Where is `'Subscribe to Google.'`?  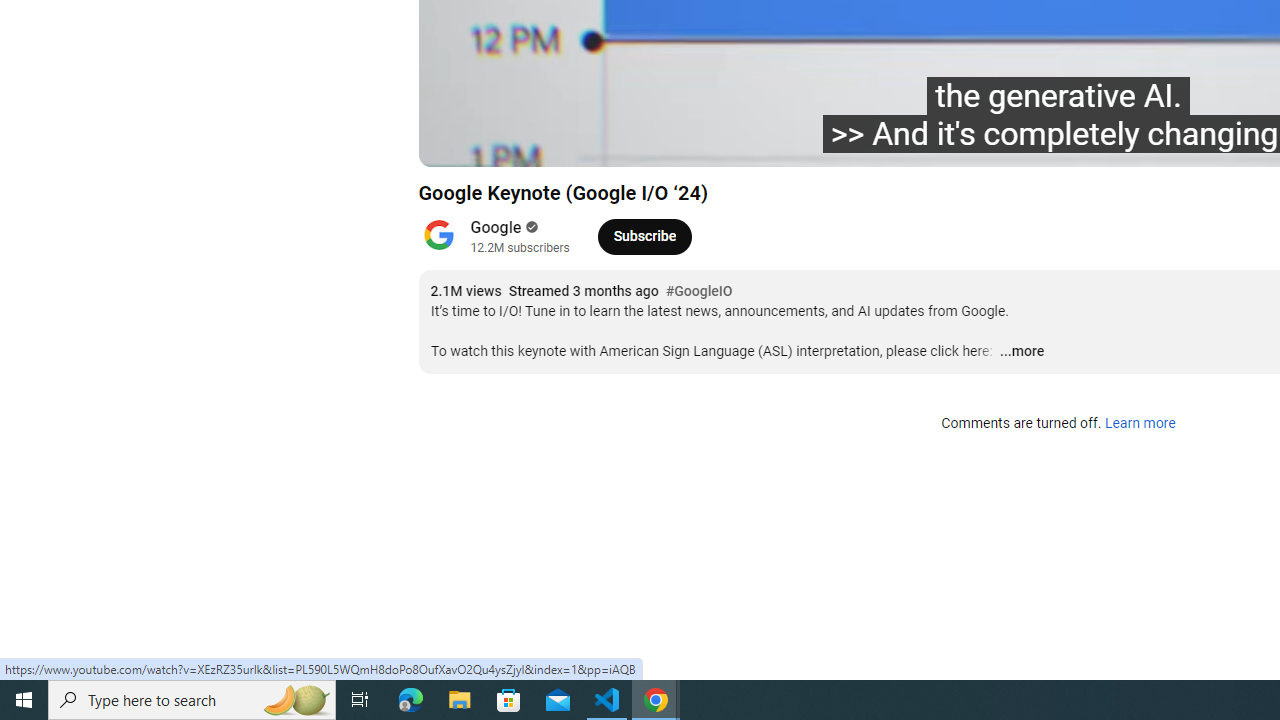 'Subscribe to Google.' is located at coordinates (644, 235).